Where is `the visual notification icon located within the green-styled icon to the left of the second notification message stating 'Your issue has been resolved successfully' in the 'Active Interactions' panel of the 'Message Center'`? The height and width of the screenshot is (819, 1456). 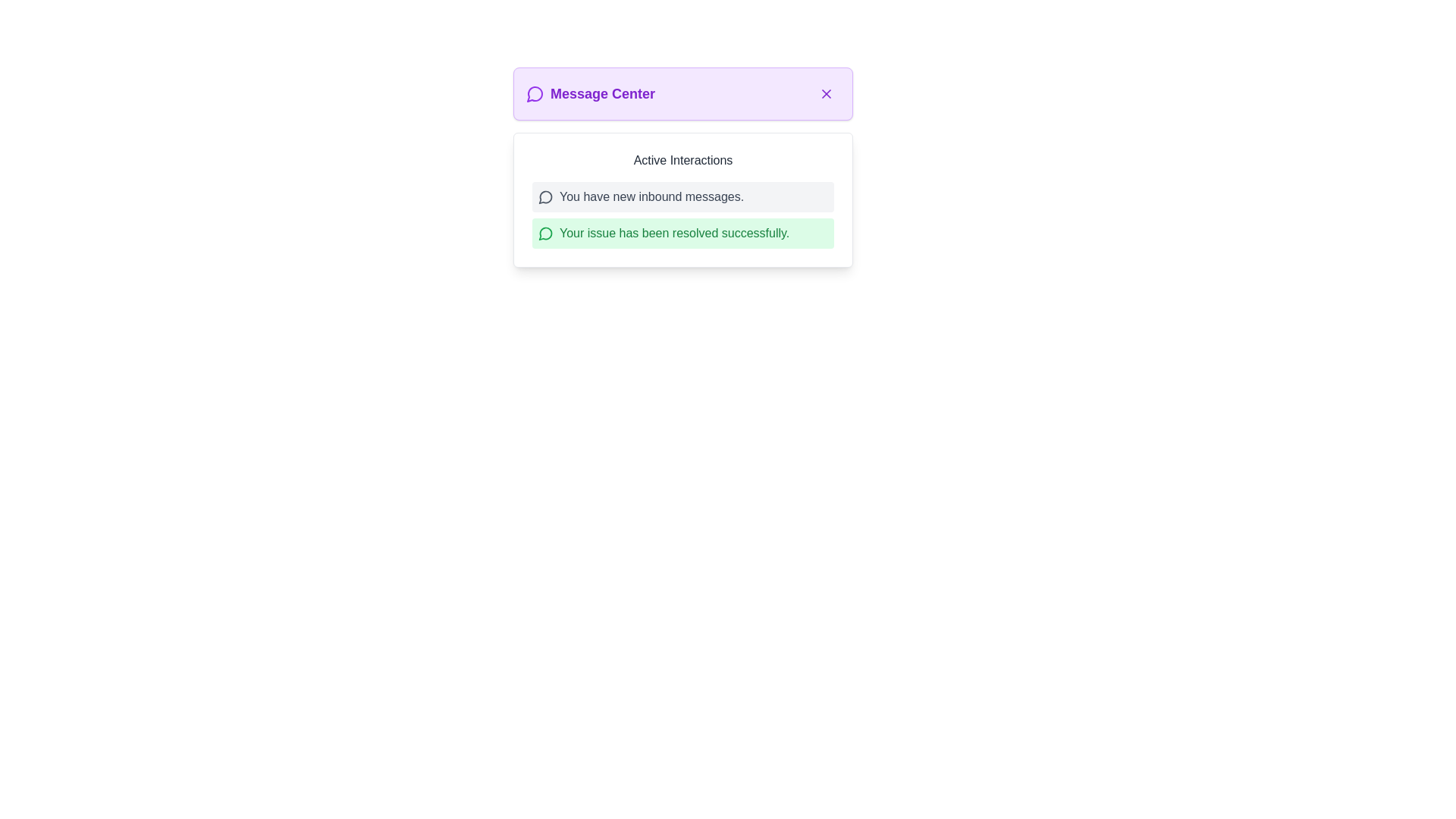 the visual notification icon located within the green-styled icon to the left of the second notification message stating 'Your issue has been resolved successfully' in the 'Active Interactions' panel of the 'Message Center' is located at coordinates (545, 234).